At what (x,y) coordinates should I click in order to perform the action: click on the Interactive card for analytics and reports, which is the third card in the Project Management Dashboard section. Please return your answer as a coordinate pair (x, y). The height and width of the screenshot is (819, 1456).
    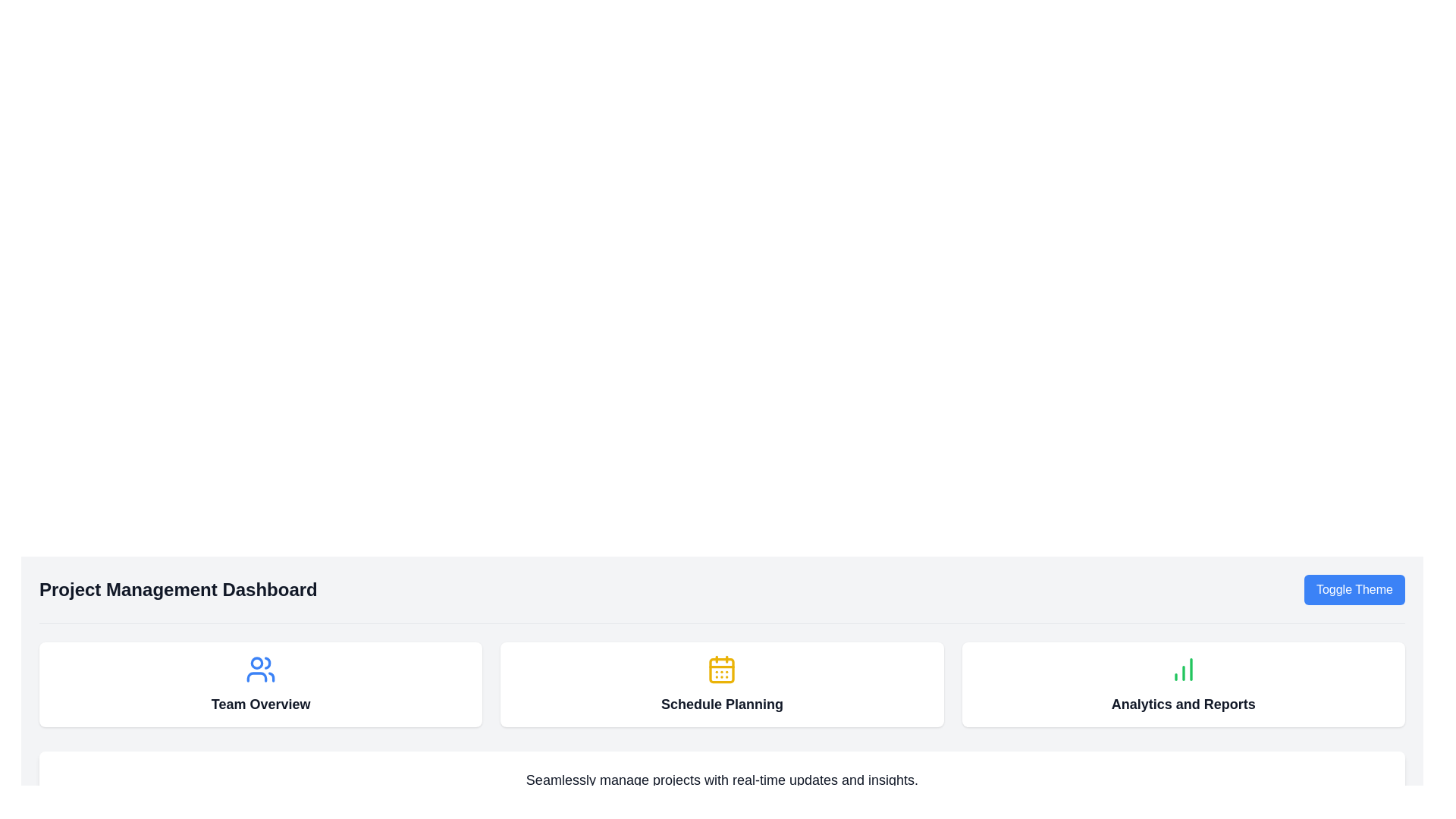
    Looking at the image, I should click on (1182, 684).